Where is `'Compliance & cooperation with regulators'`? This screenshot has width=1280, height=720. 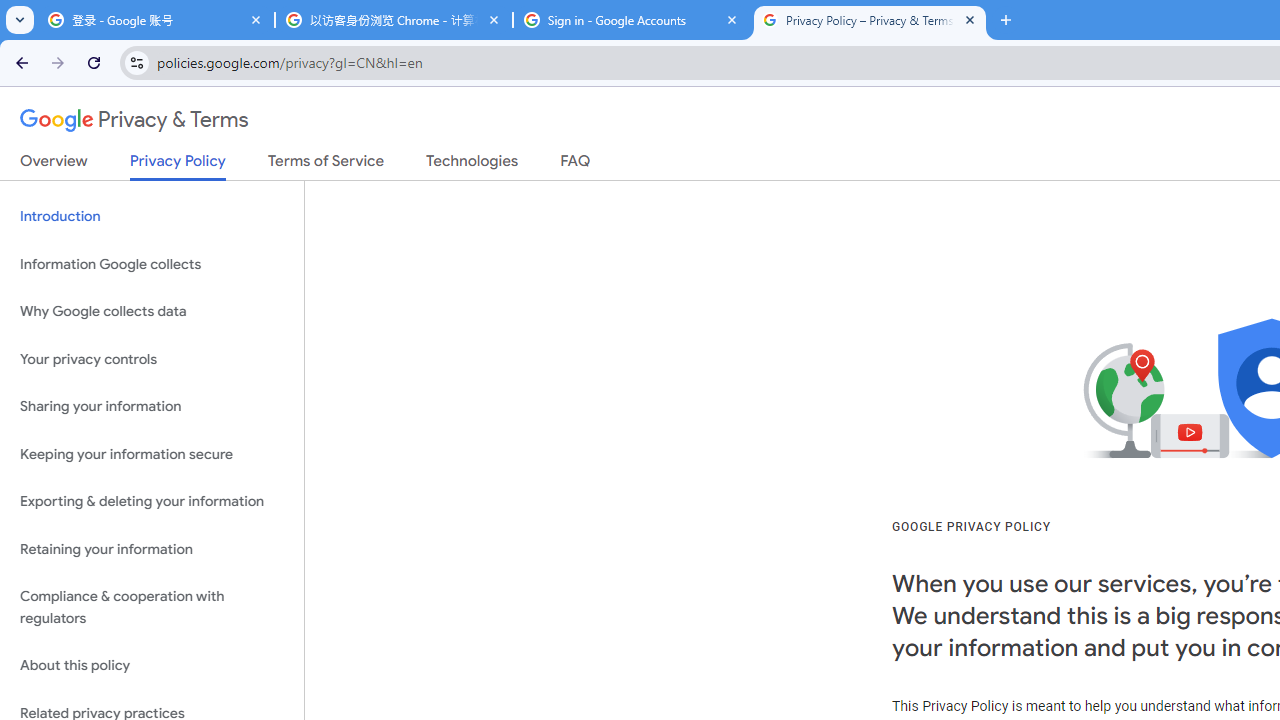
'Compliance & cooperation with regulators' is located at coordinates (151, 607).